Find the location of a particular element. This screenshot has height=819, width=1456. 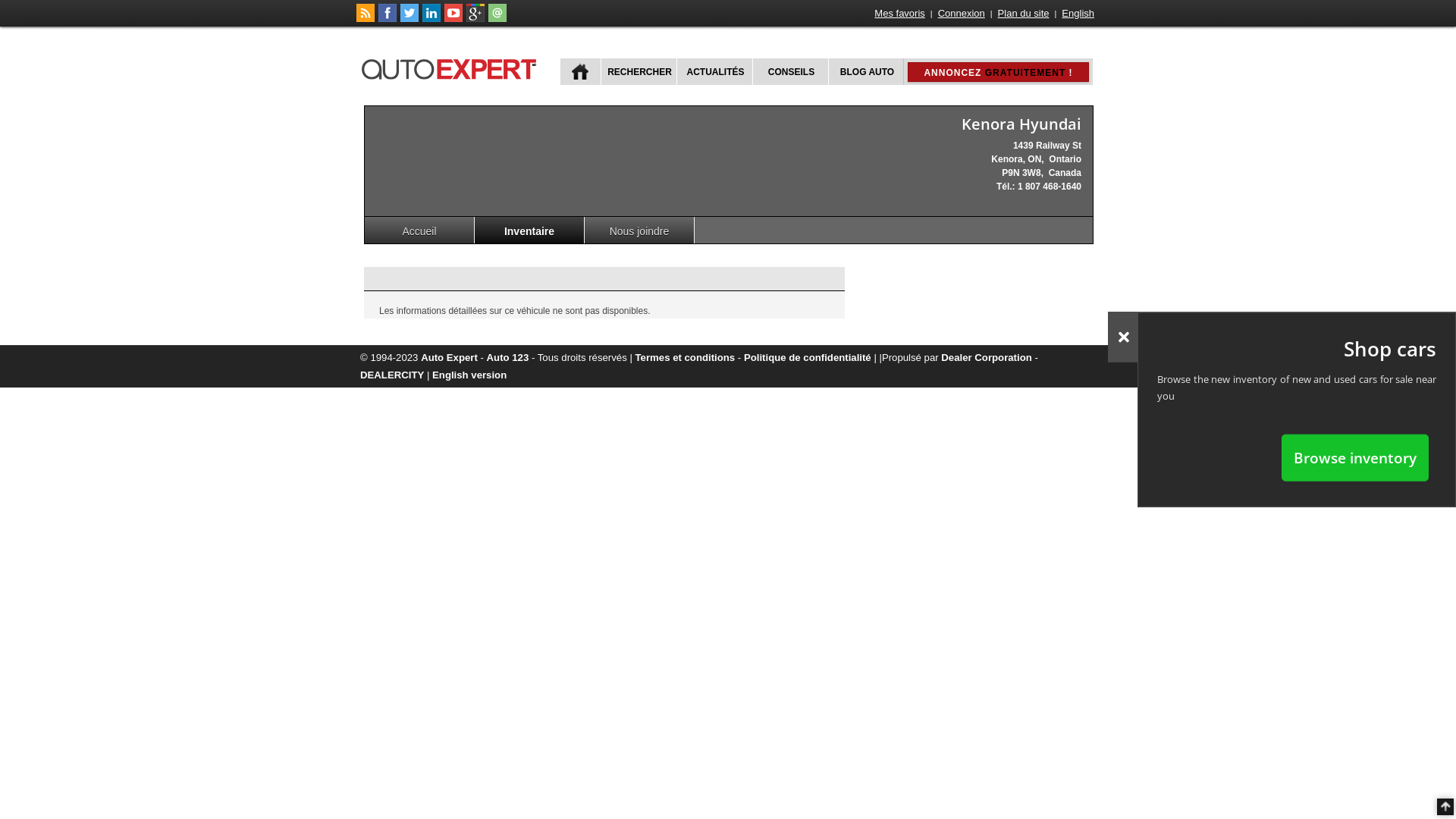

'Suivez autoExpert.ca sur Twitter' is located at coordinates (409, 18).